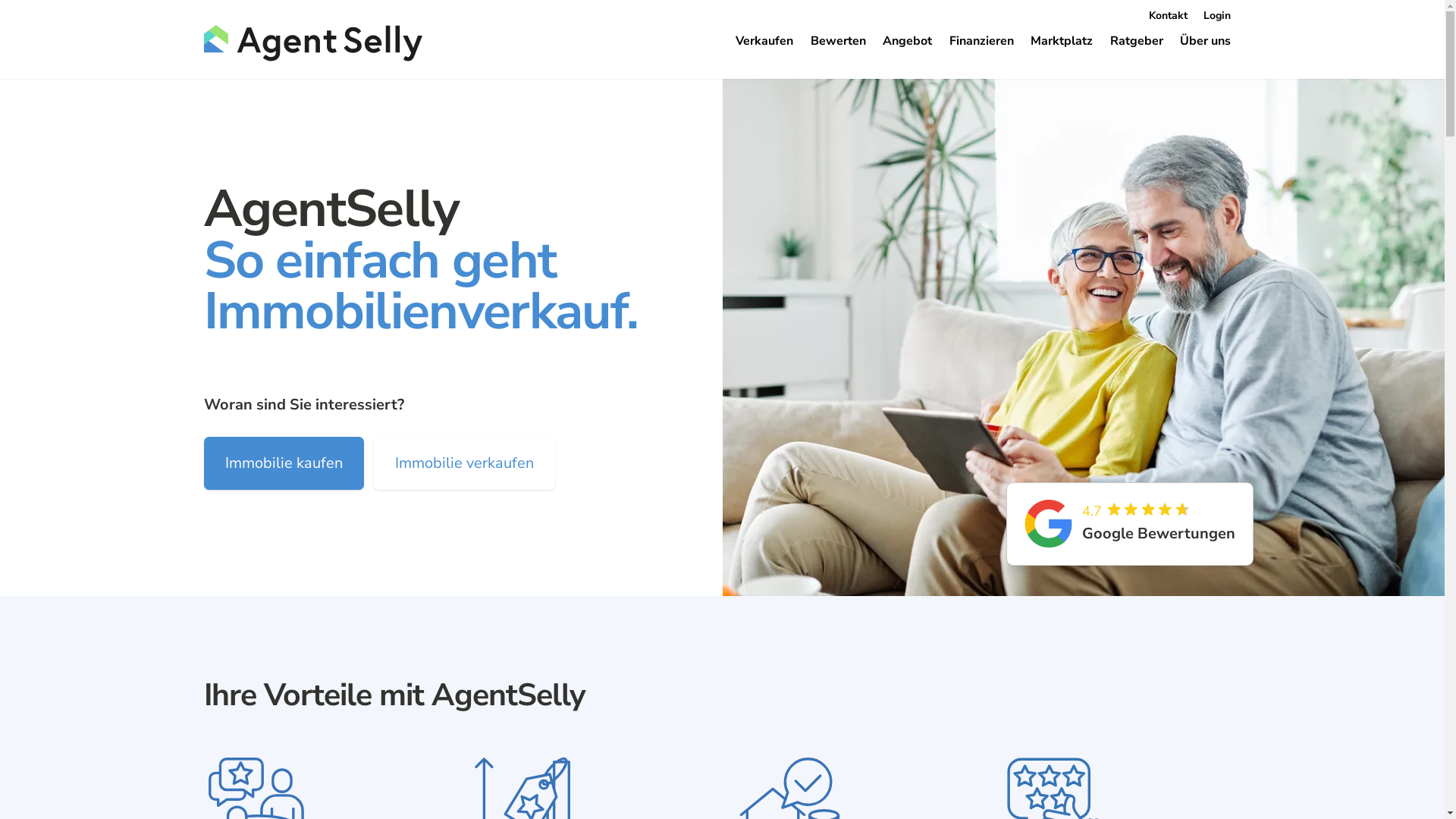  I want to click on 'Angebot', so click(907, 40).